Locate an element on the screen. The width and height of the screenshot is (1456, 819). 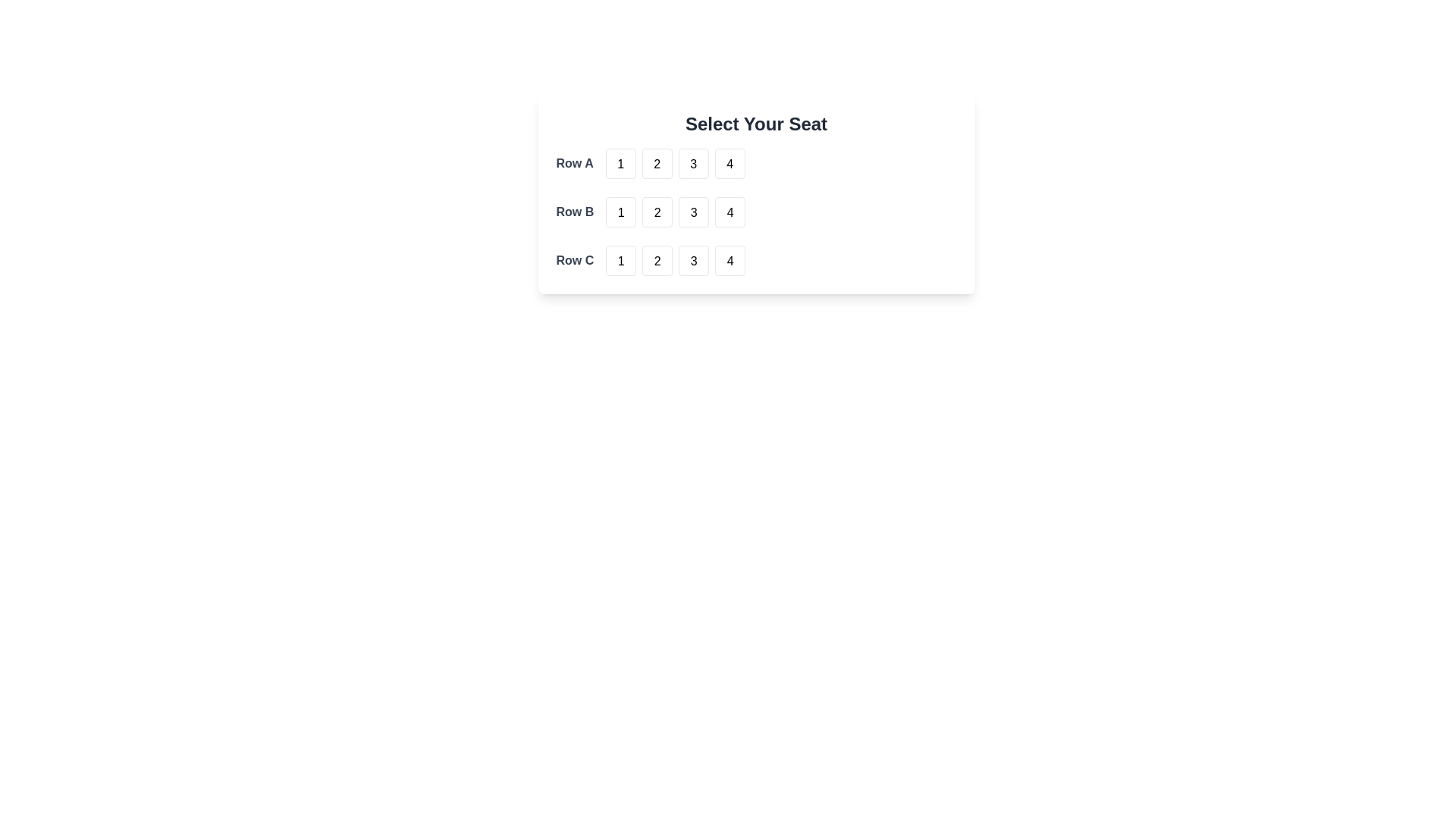
the buttons in the grouped selection interface labeled 'Row B' is located at coordinates (675, 212).